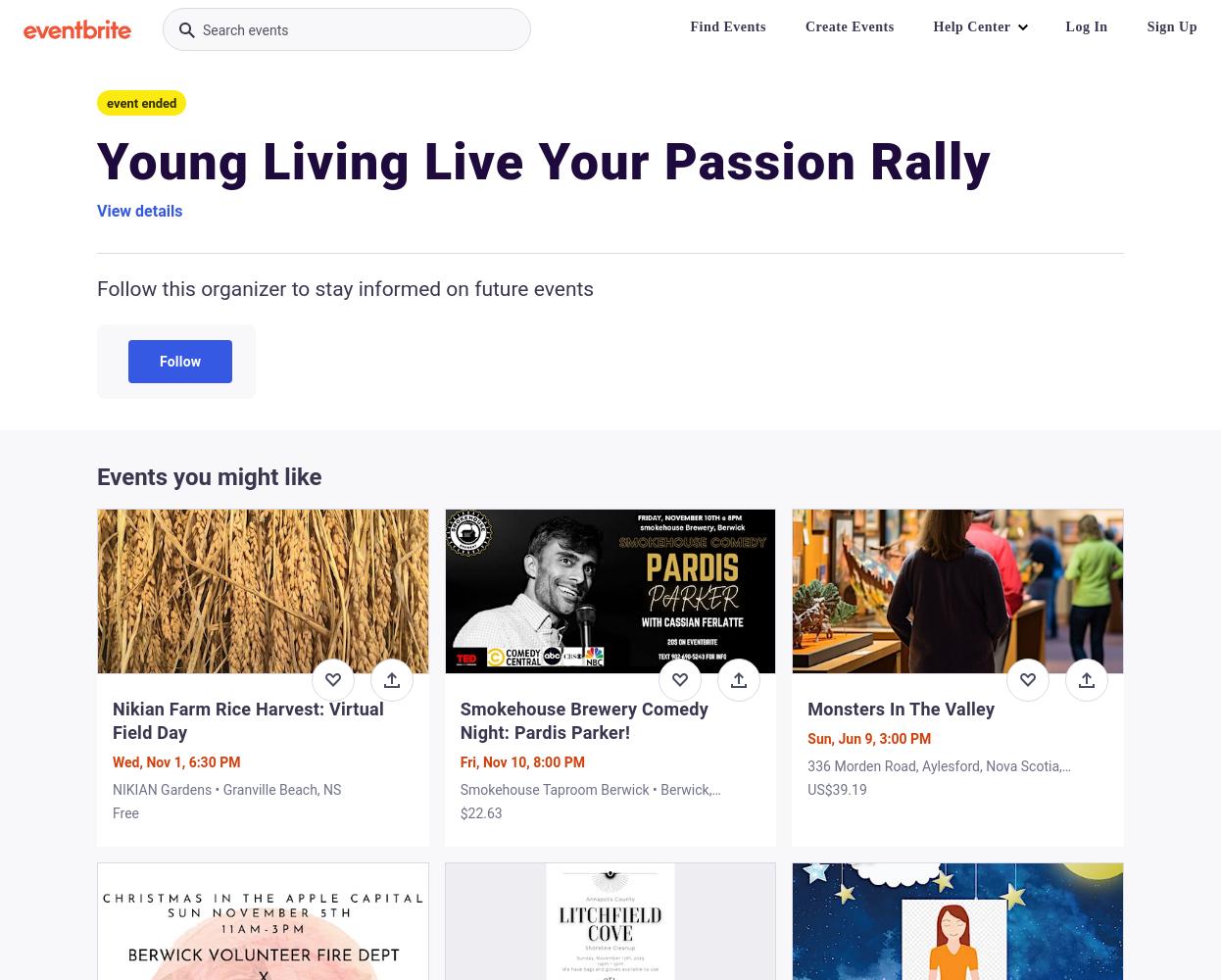 This screenshot has height=980, width=1221. I want to click on 'Young Living Live Your Passion Rally', so click(542, 162).